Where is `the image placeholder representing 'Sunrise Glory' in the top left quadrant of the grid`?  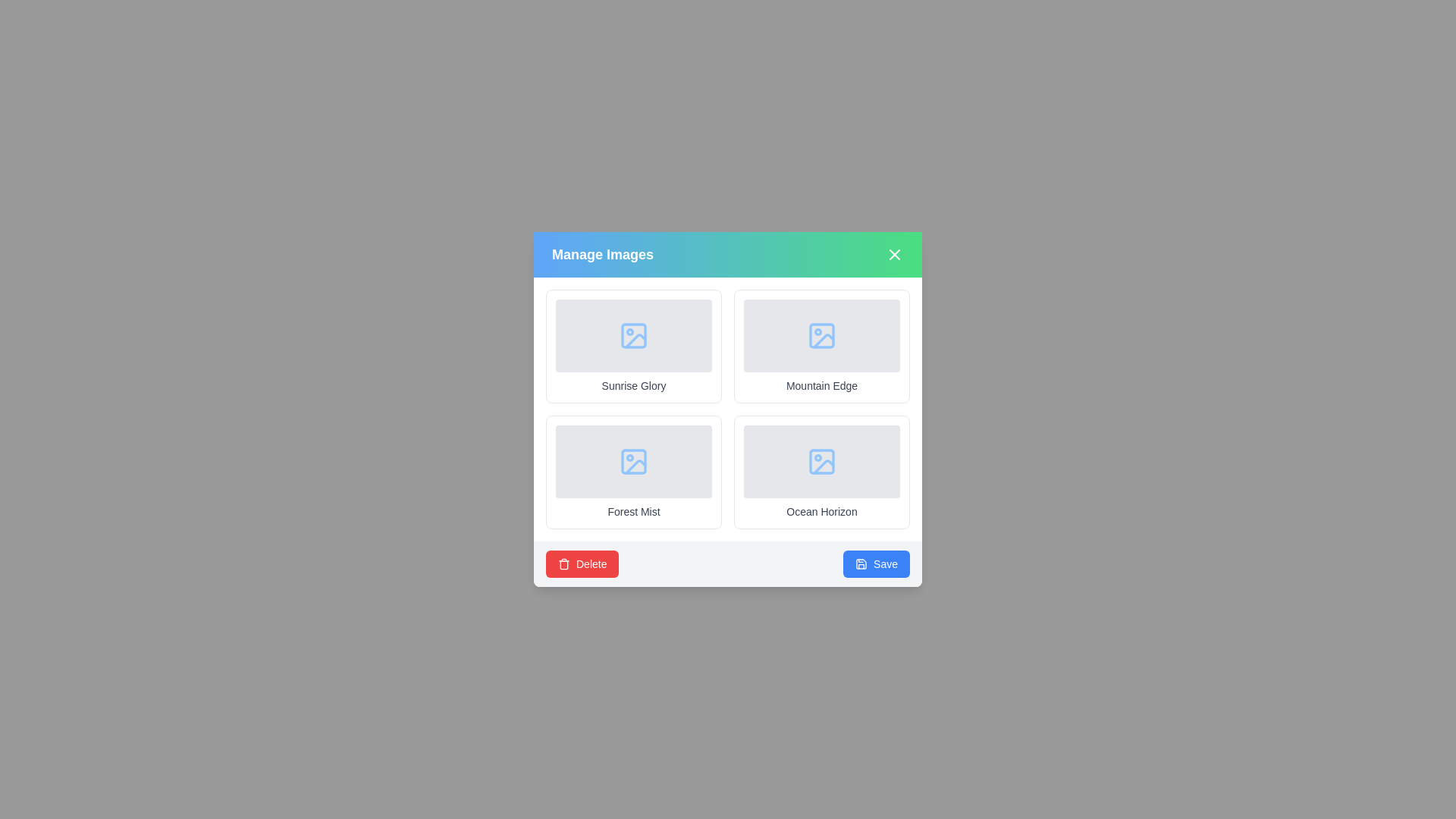
the image placeholder representing 'Sunrise Glory' in the top left quadrant of the grid is located at coordinates (633, 335).